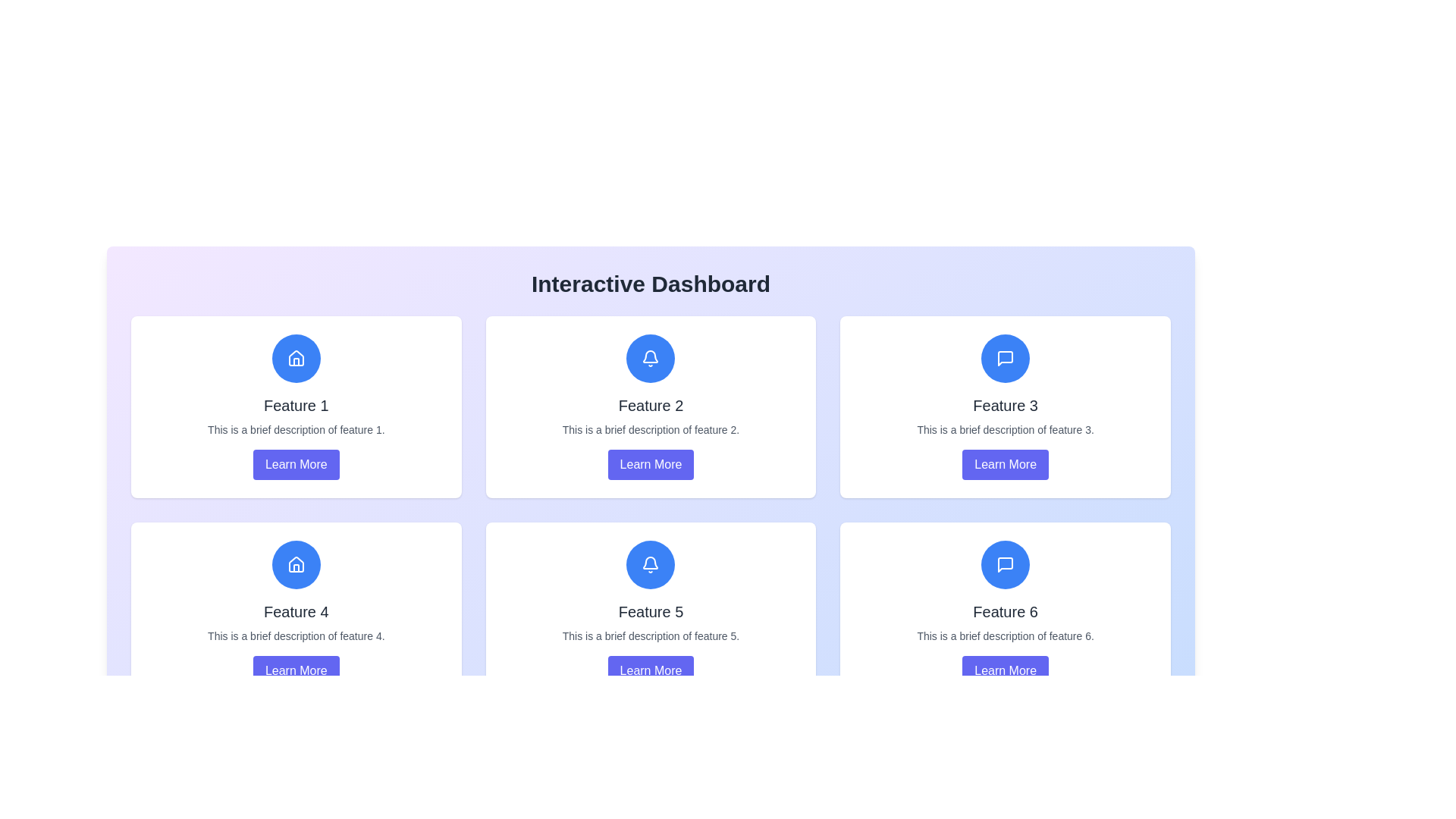 The height and width of the screenshot is (819, 1456). I want to click on speech bubble icon, which is the third feature icon located in the bottom-right of the layout within 'Feature 6', nested inside a circular blue background, so click(1006, 564).